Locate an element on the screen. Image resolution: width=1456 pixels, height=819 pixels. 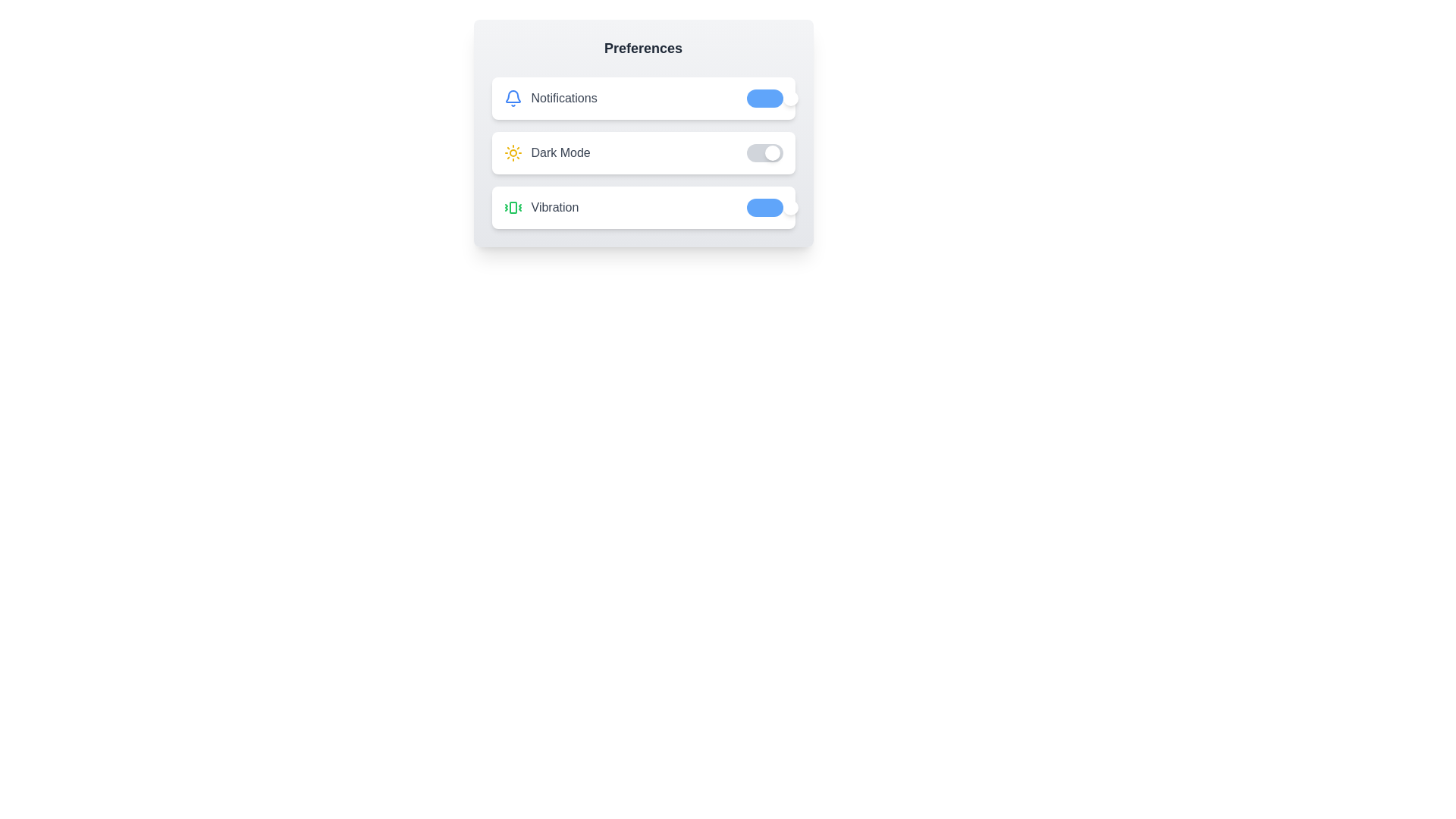
the vibration setting icon, which is positioned to the left of the 'Vibration' label and before the toggle switch is located at coordinates (513, 207).